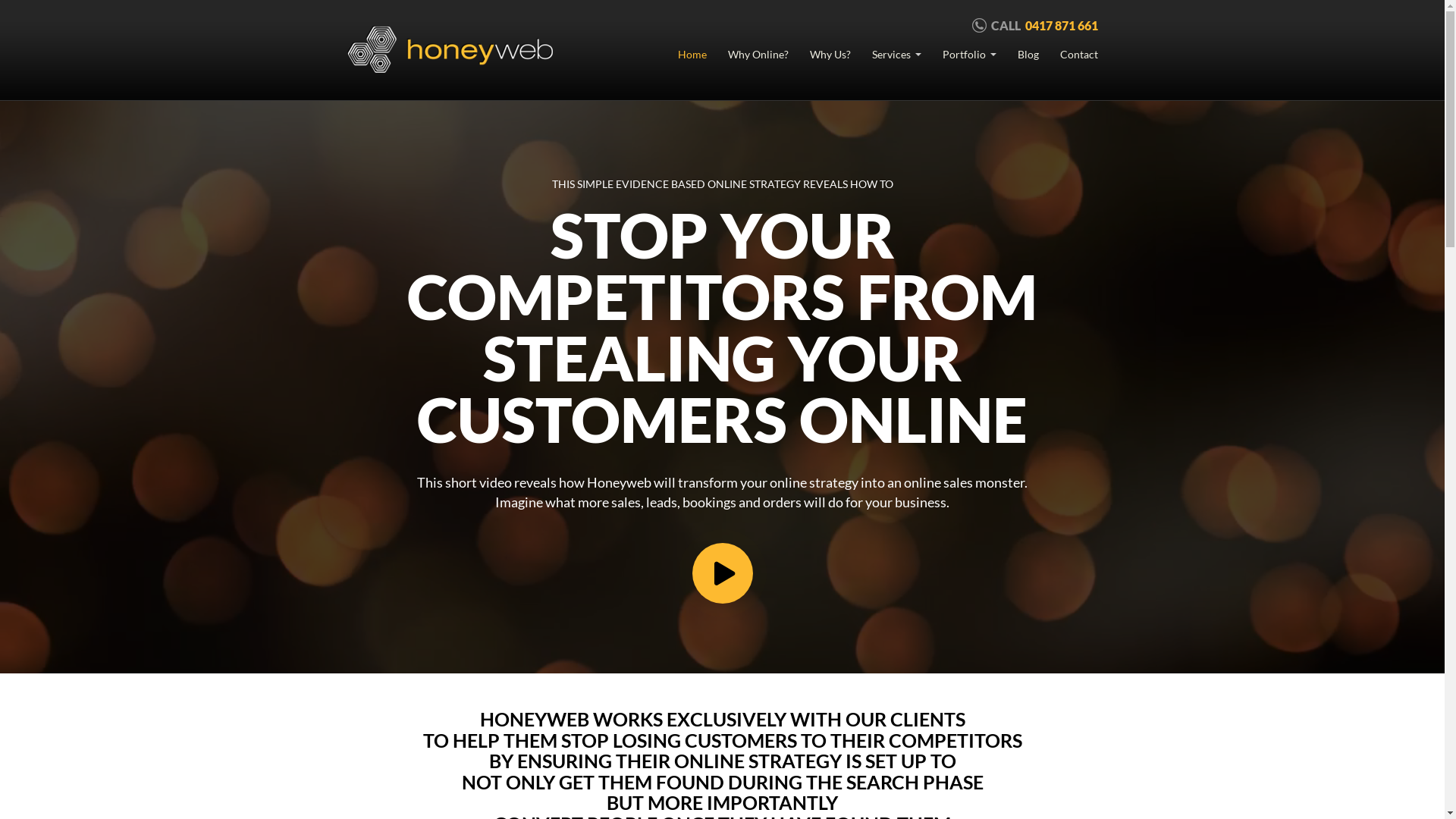  What do you see at coordinates (691, 54) in the screenshot?
I see `'Home'` at bounding box center [691, 54].